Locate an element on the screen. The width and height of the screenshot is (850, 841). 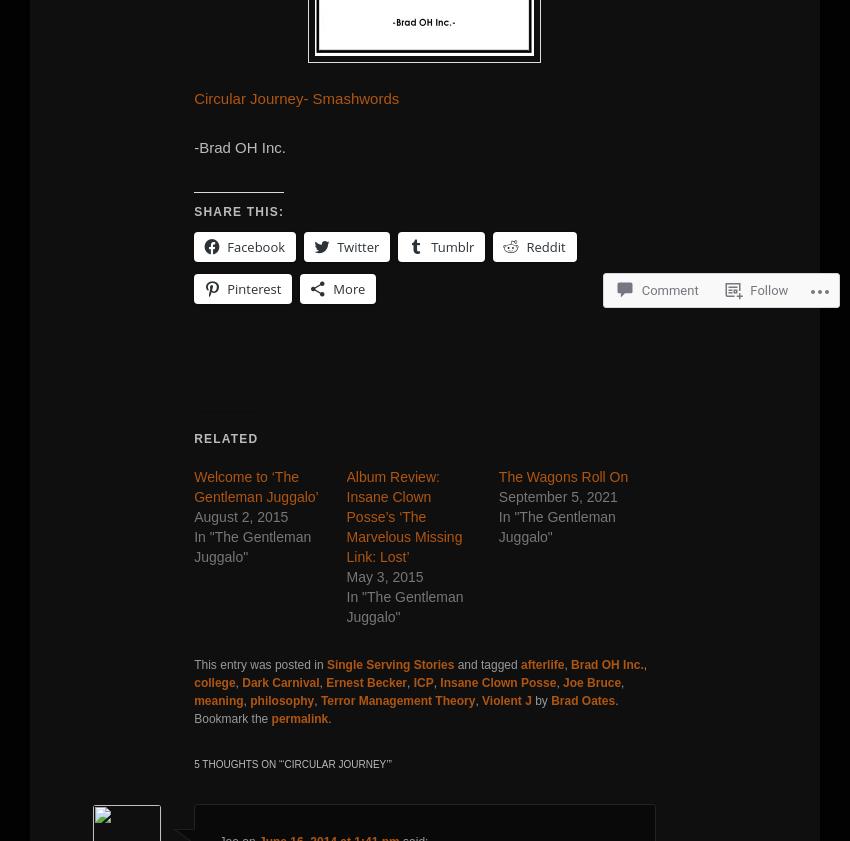
'Twitter' is located at coordinates (357, 244).